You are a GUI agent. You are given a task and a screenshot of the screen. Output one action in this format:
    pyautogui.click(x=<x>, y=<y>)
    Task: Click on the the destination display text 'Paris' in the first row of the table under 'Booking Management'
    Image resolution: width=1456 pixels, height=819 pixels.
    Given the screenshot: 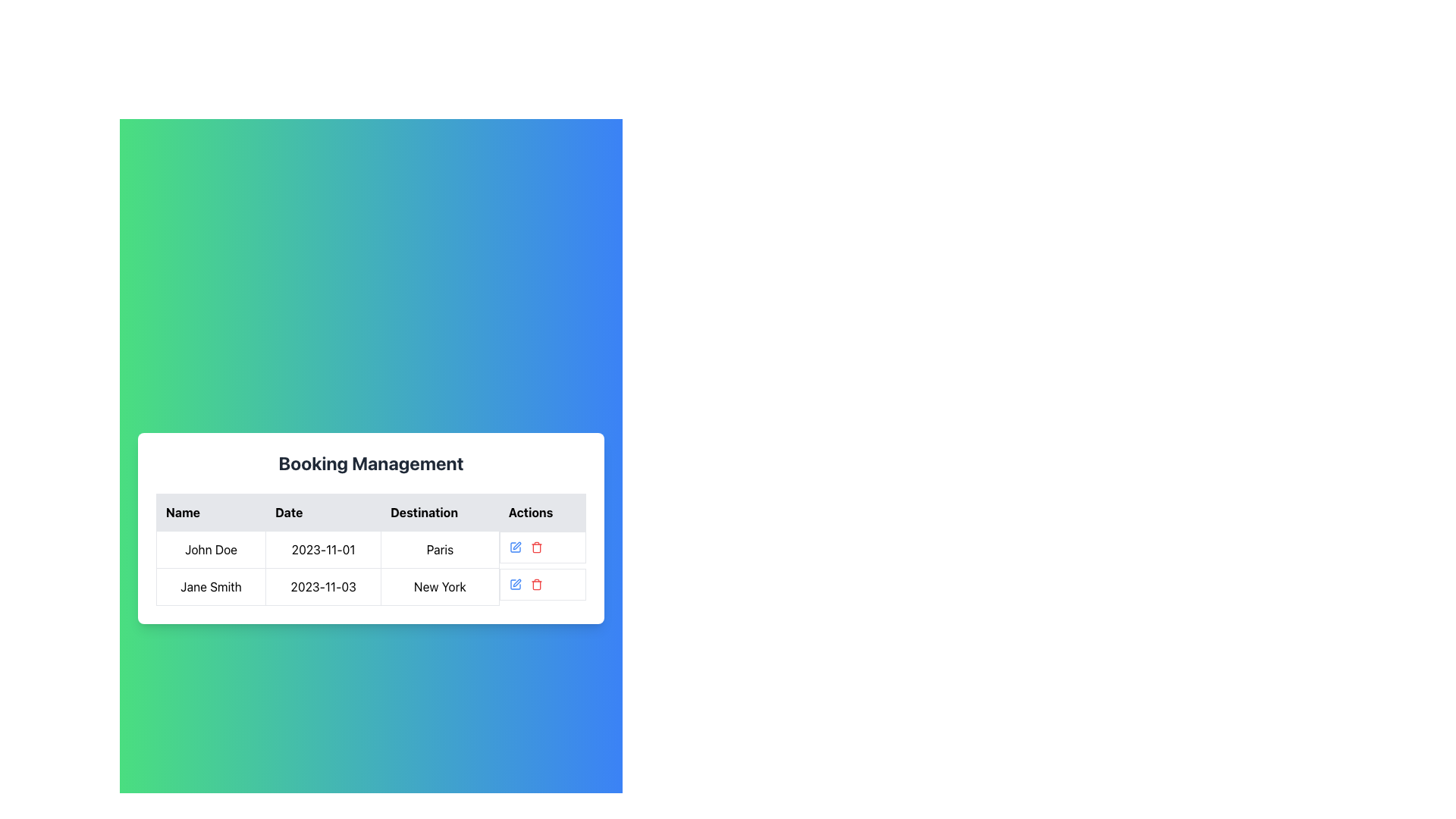 What is the action you would take?
    pyautogui.click(x=439, y=550)
    